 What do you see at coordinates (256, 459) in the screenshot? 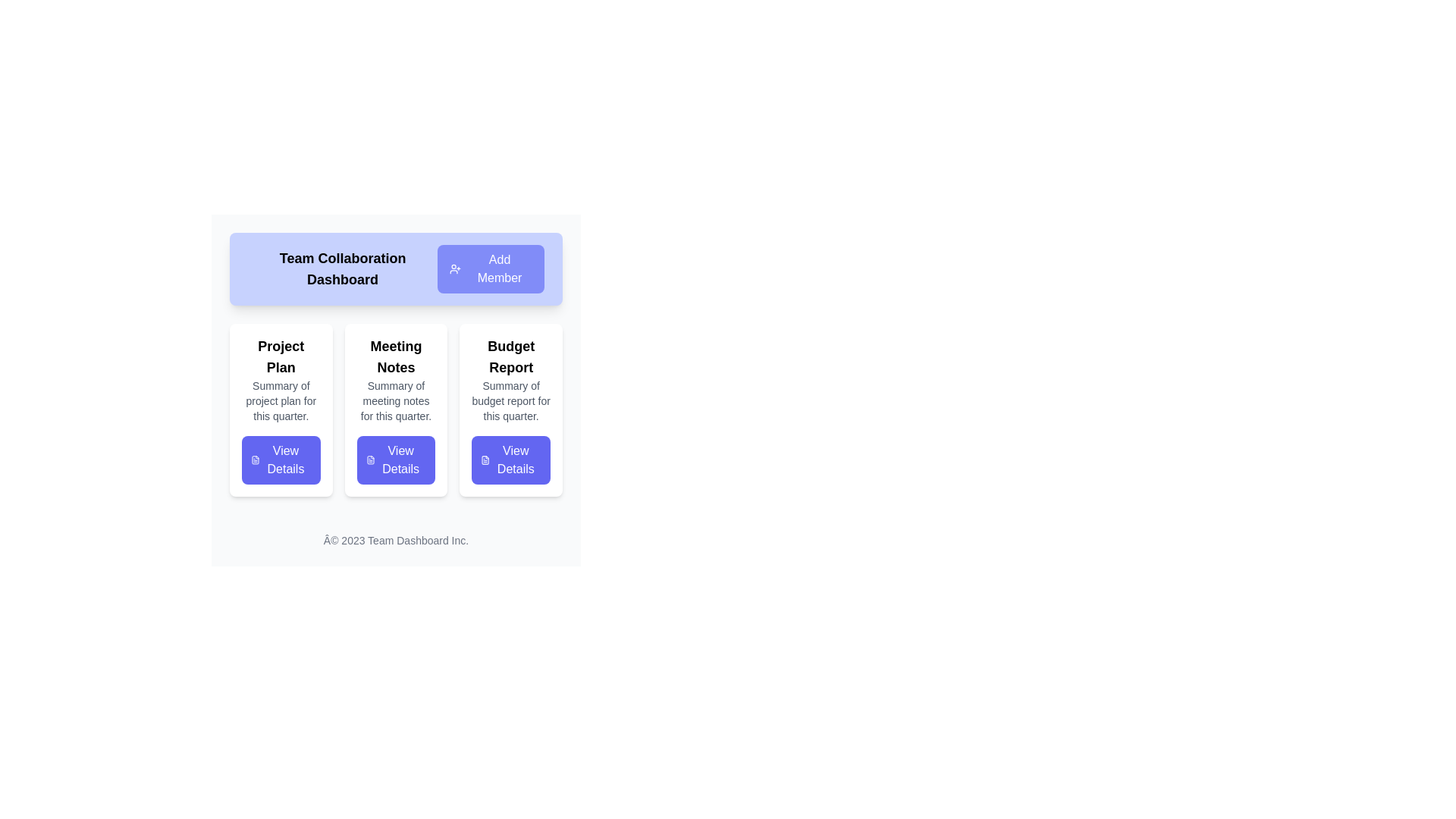
I see `the document-related icon located at the top-left corner of the 'View Details' button on the 'Project Plan' card` at bounding box center [256, 459].